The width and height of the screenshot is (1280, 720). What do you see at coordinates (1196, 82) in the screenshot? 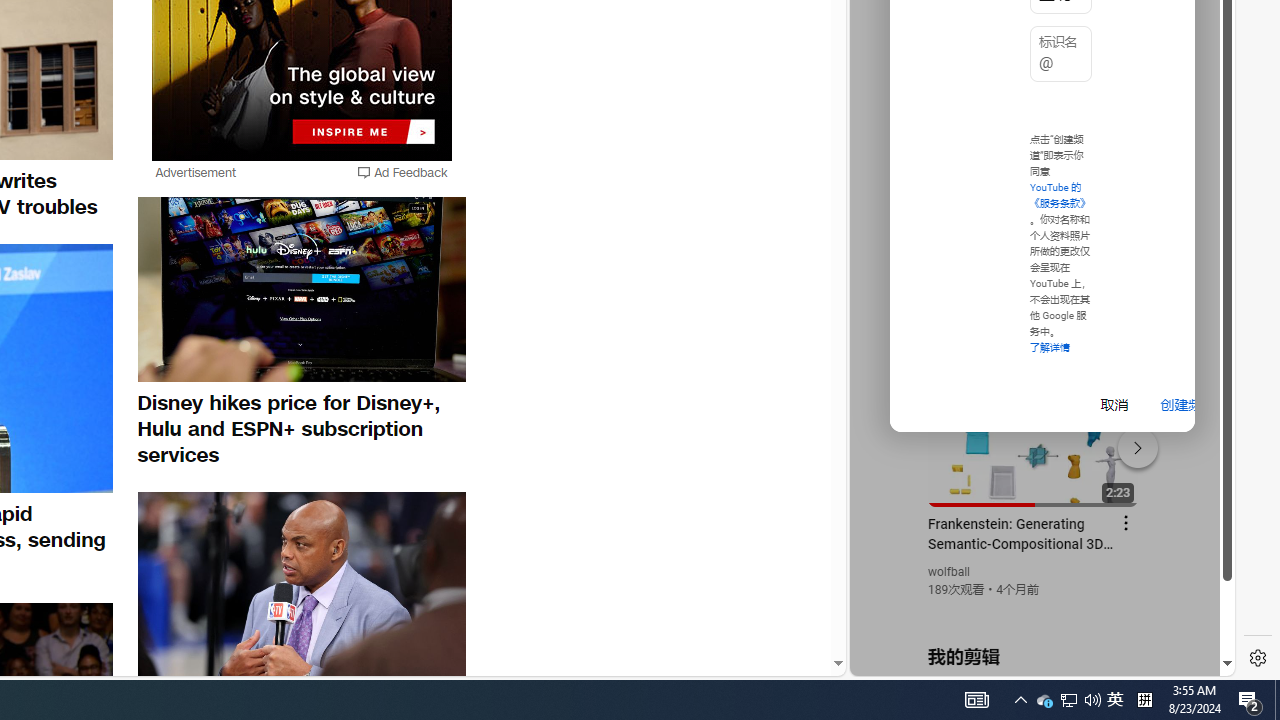
I see `'Click to scroll right'` at bounding box center [1196, 82].